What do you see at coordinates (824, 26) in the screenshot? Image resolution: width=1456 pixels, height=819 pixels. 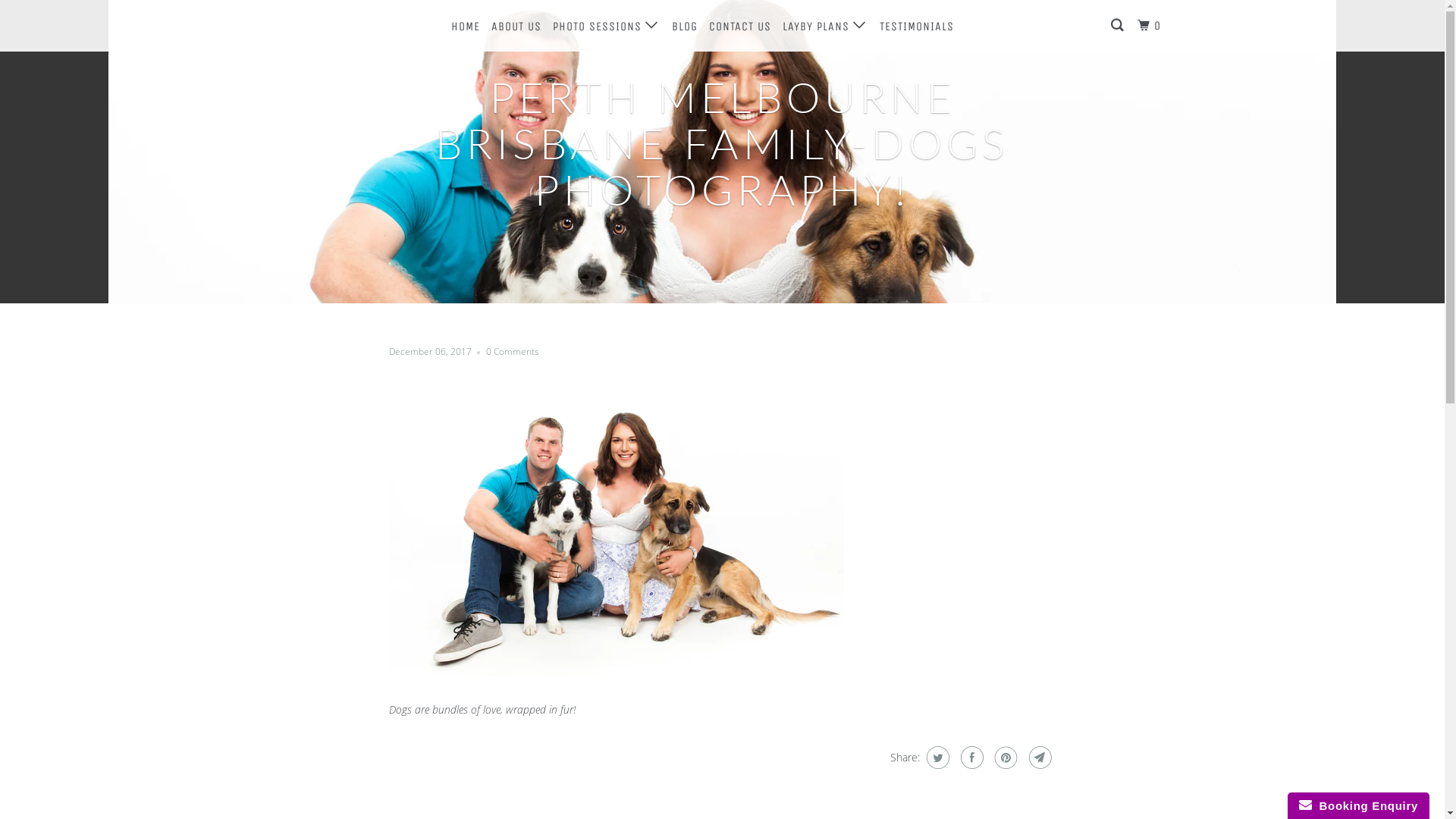 I see `'LAYBY PLANS'` at bounding box center [824, 26].